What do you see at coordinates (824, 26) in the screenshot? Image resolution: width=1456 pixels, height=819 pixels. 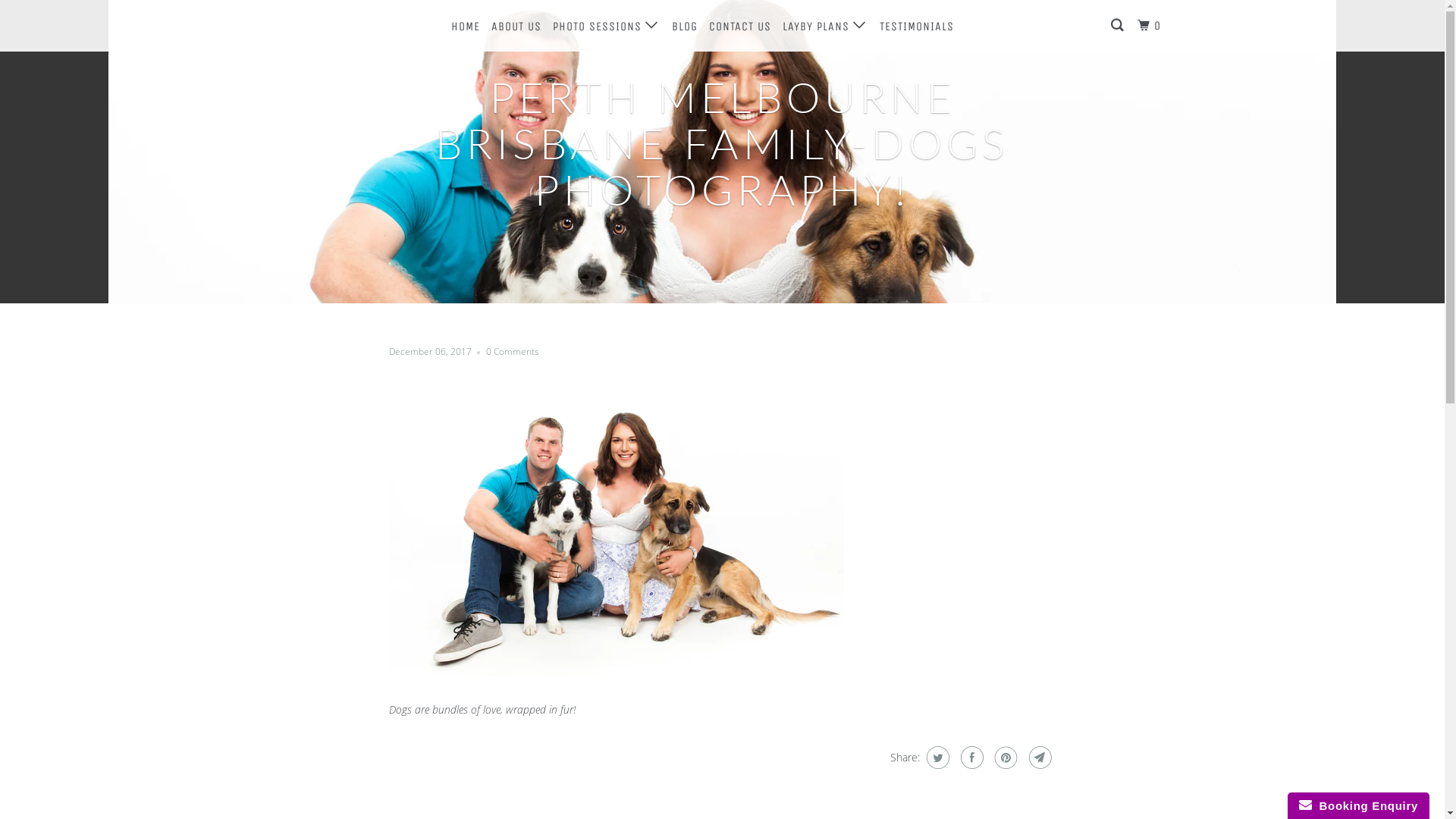 I see `'LAYBY PLANS'` at bounding box center [824, 26].